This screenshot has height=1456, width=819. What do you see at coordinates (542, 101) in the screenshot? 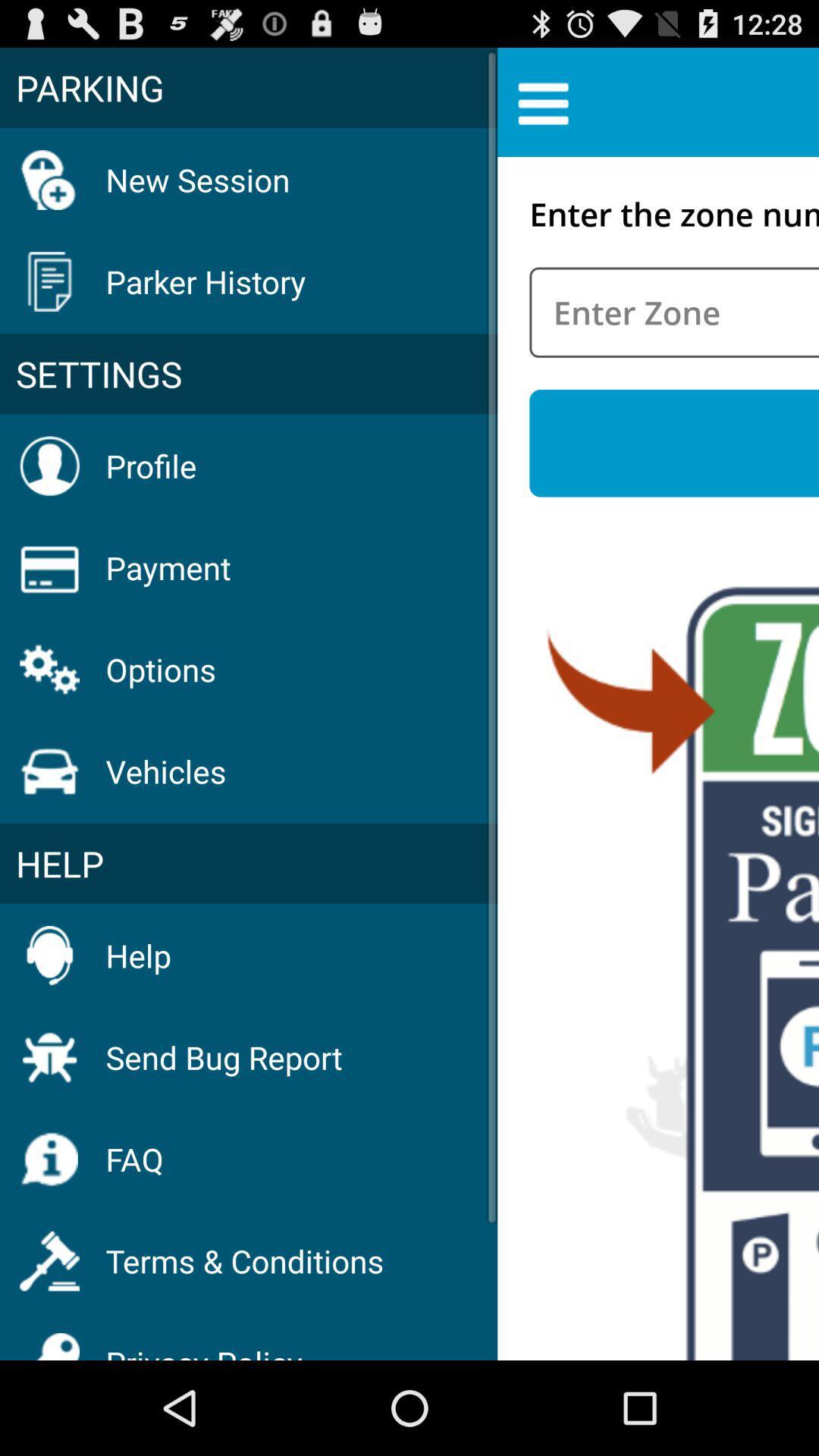
I see `item to the right of the parking` at bounding box center [542, 101].